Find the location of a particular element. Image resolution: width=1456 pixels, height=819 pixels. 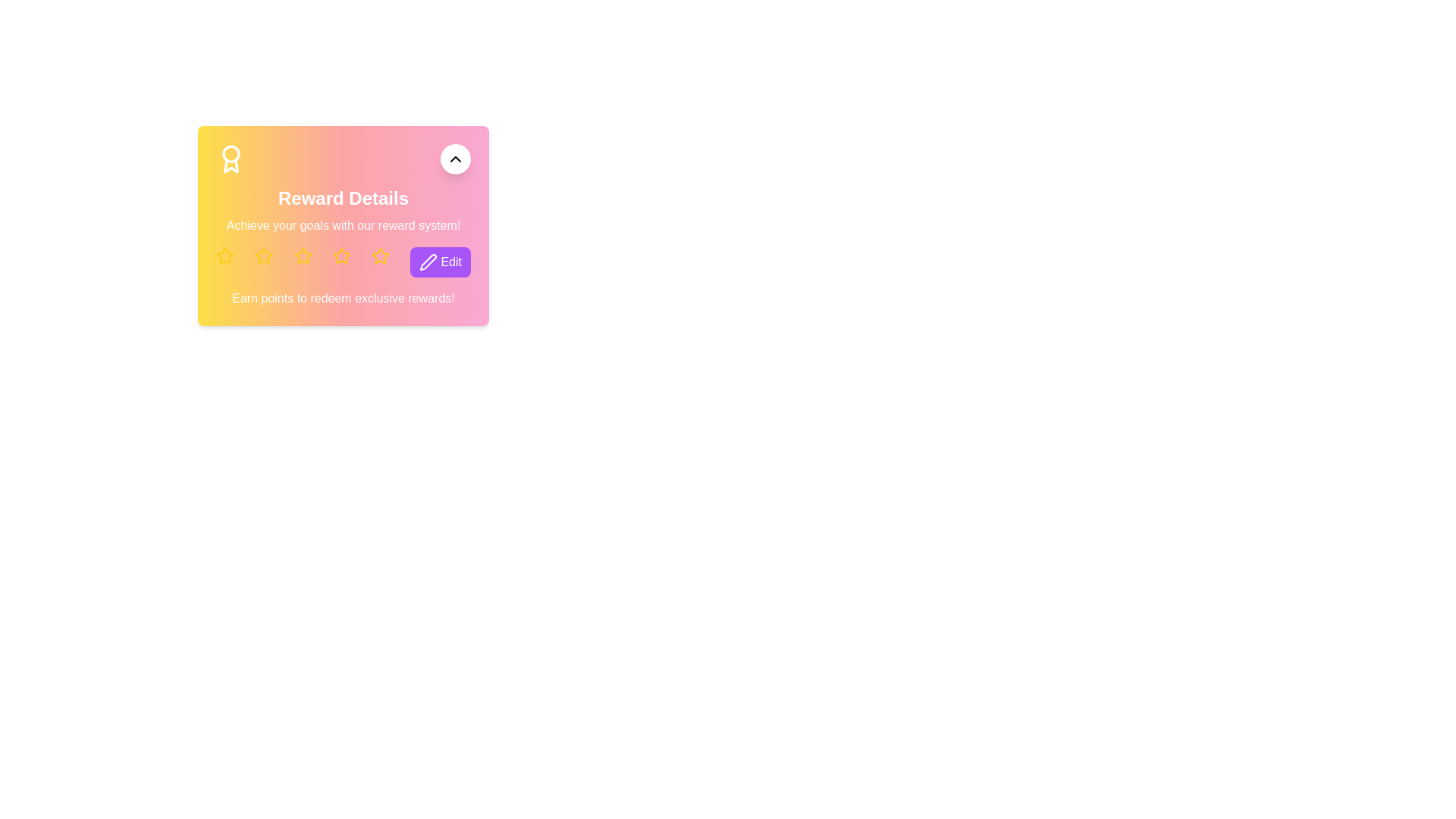

the fourth star icon in the horizontal line of yellow star icons near the center-right of the 'Reward Details' card is located at coordinates (342, 262).